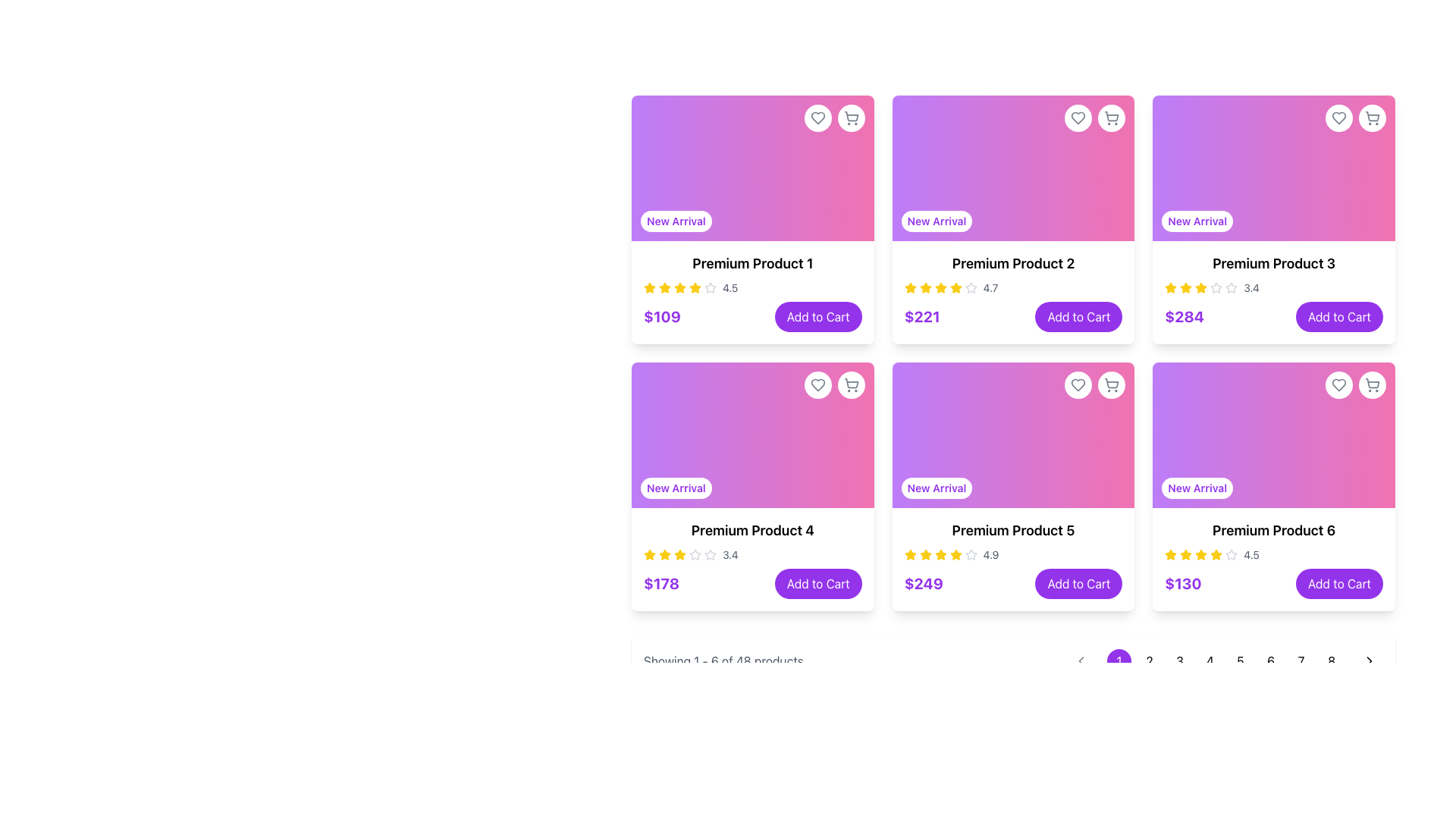  What do you see at coordinates (955, 287) in the screenshot?
I see `the second star icon in the rating system of the 'Premium Product 2' card, which is a five-pointed yellow star used for ratings` at bounding box center [955, 287].